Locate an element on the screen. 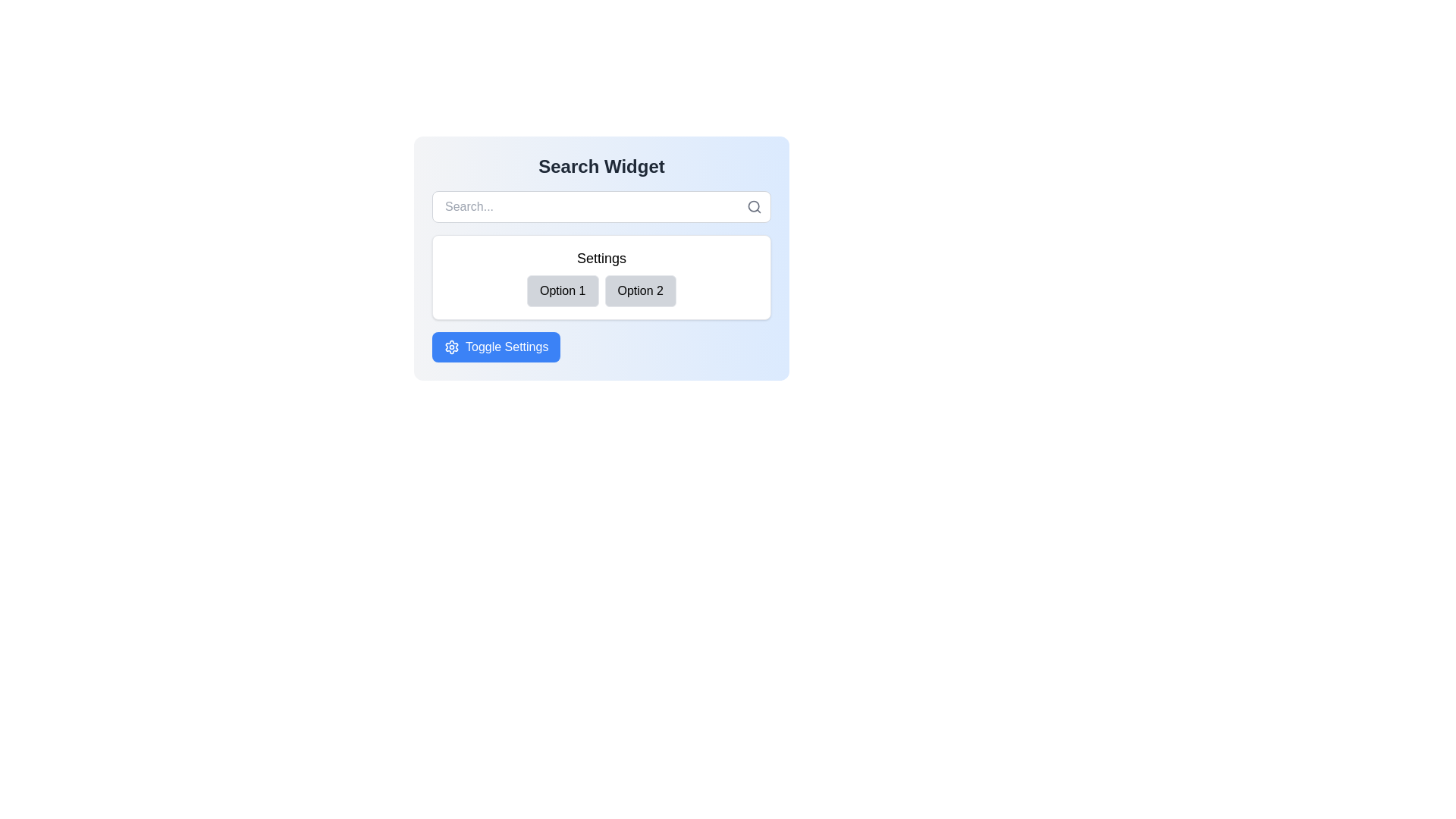 Image resolution: width=1456 pixels, height=819 pixels. the 'Option 1' button located in the settings section is located at coordinates (562, 291).